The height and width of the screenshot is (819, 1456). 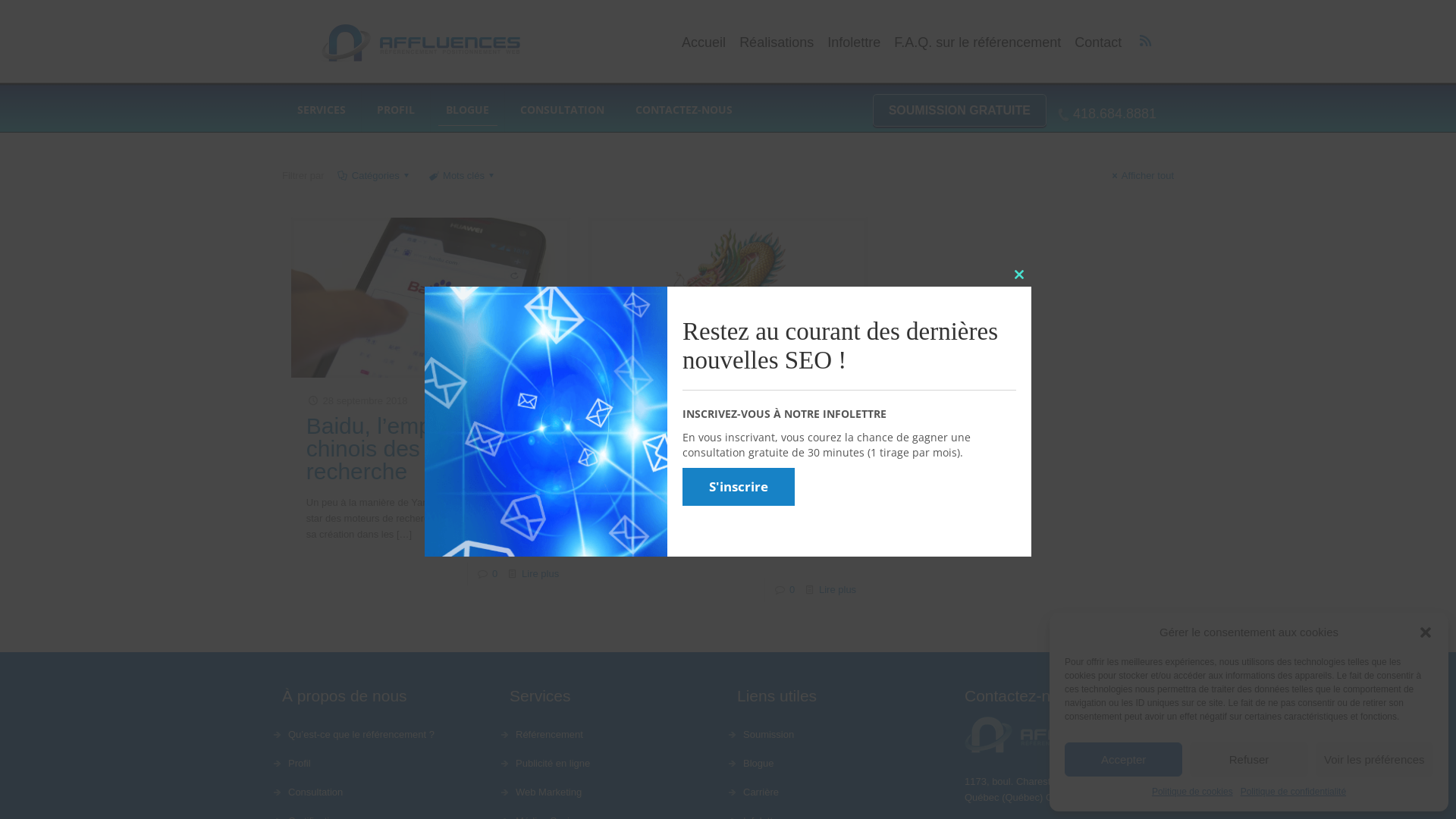 I want to click on 'SERVICES', so click(x=321, y=109).